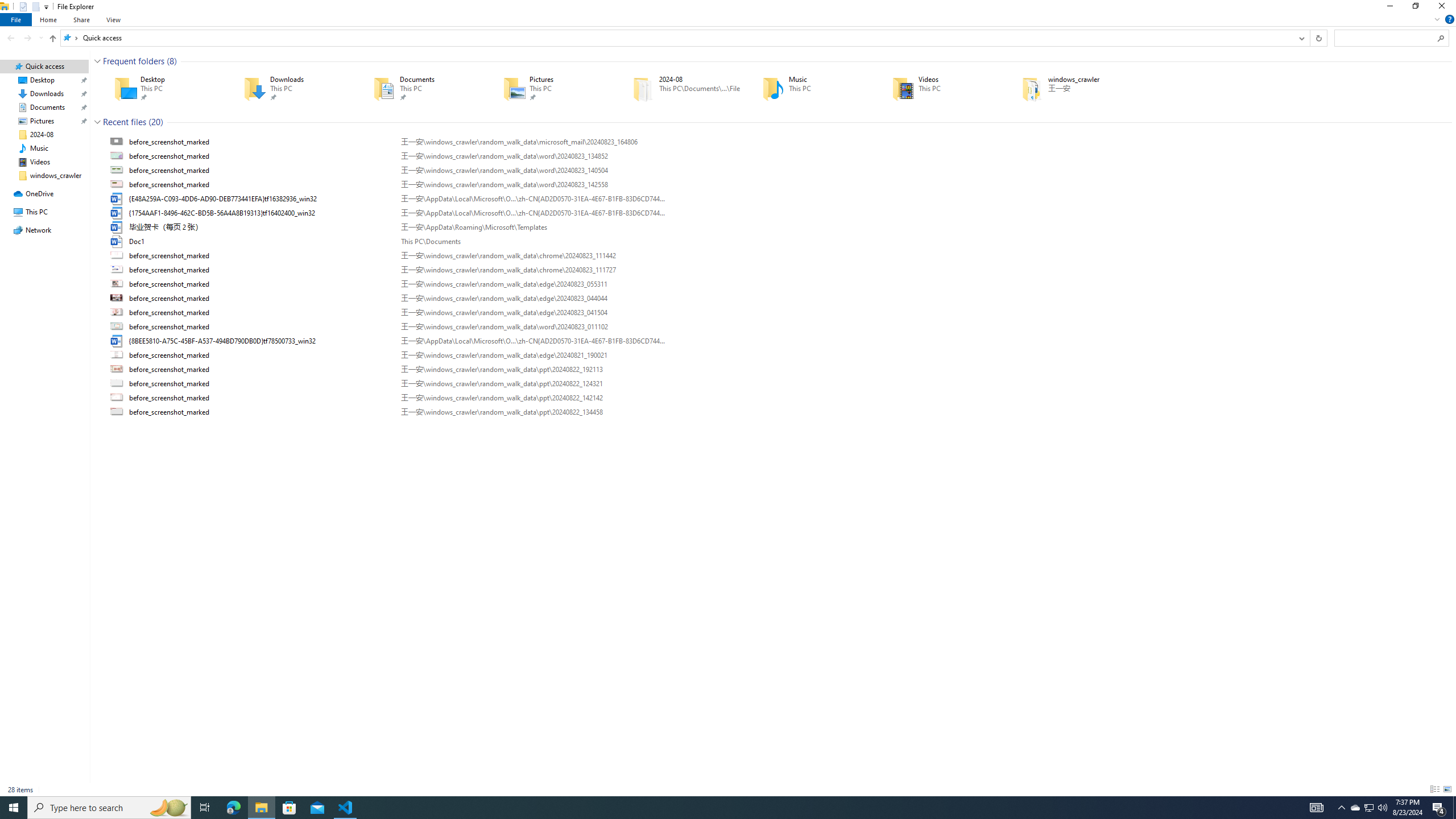 The width and height of the screenshot is (1456, 819). I want to click on 'Desktop', so click(162, 88).